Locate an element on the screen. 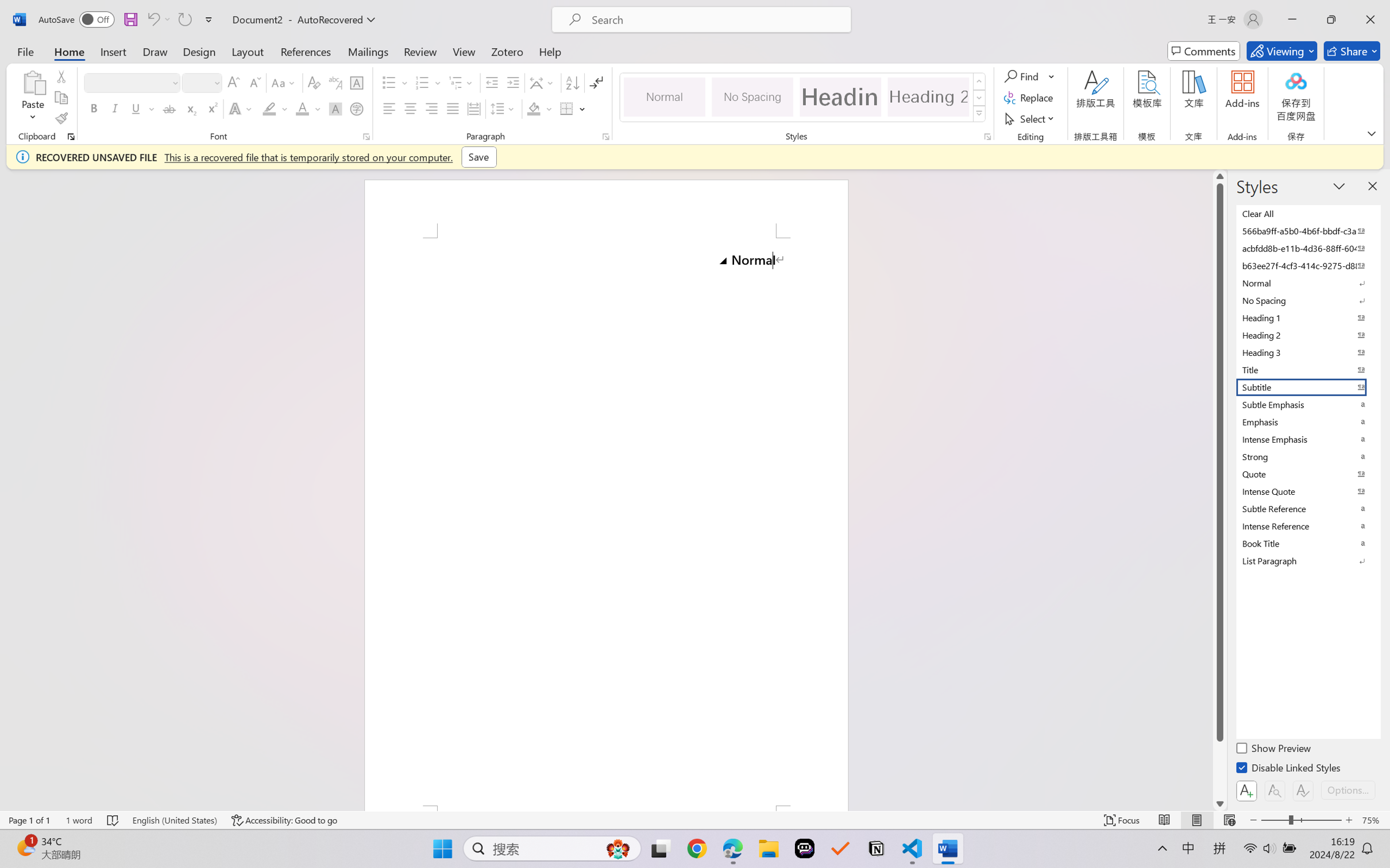  'Font Color' is located at coordinates (308, 108).